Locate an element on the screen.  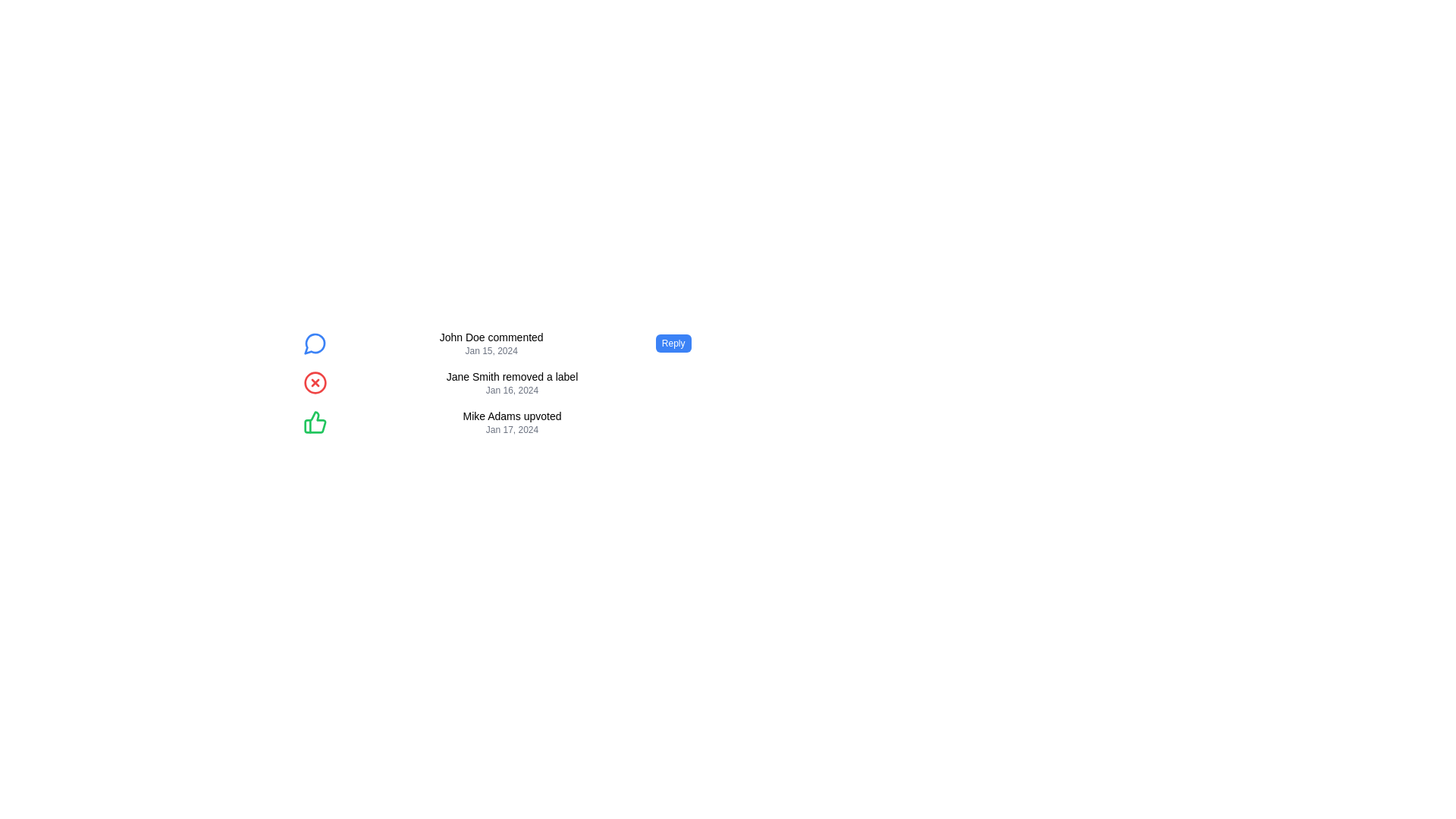
the static text display that shows 'Mike Adams upvoted', which is styled in small bold font and is the third item in a vertical list of events is located at coordinates (512, 416).